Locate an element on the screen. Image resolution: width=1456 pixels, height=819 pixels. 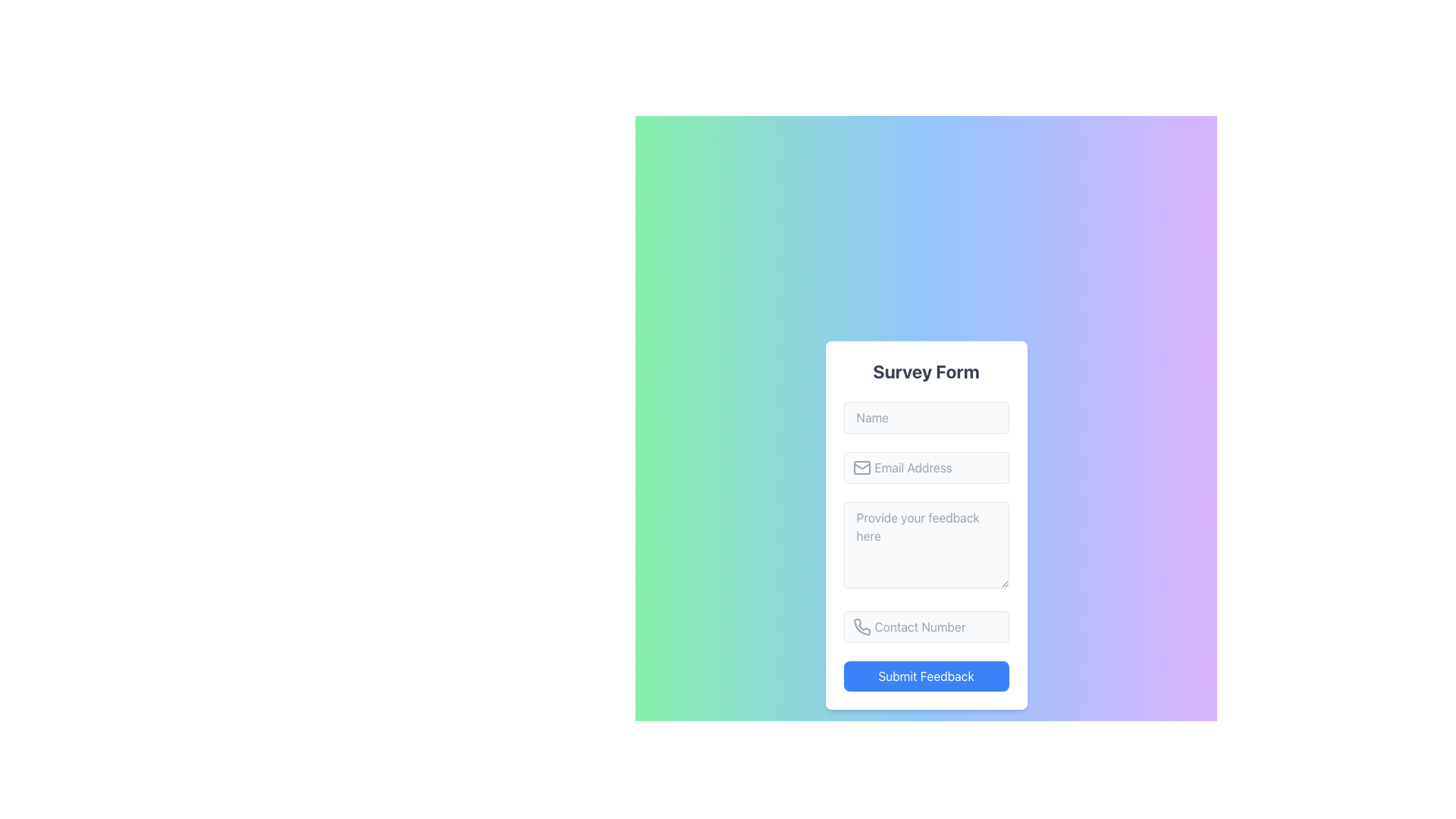
the gray envelope icon with rounded edges, which is positioned to the left of the 'Email Address' input field is located at coordinates (861, 467).